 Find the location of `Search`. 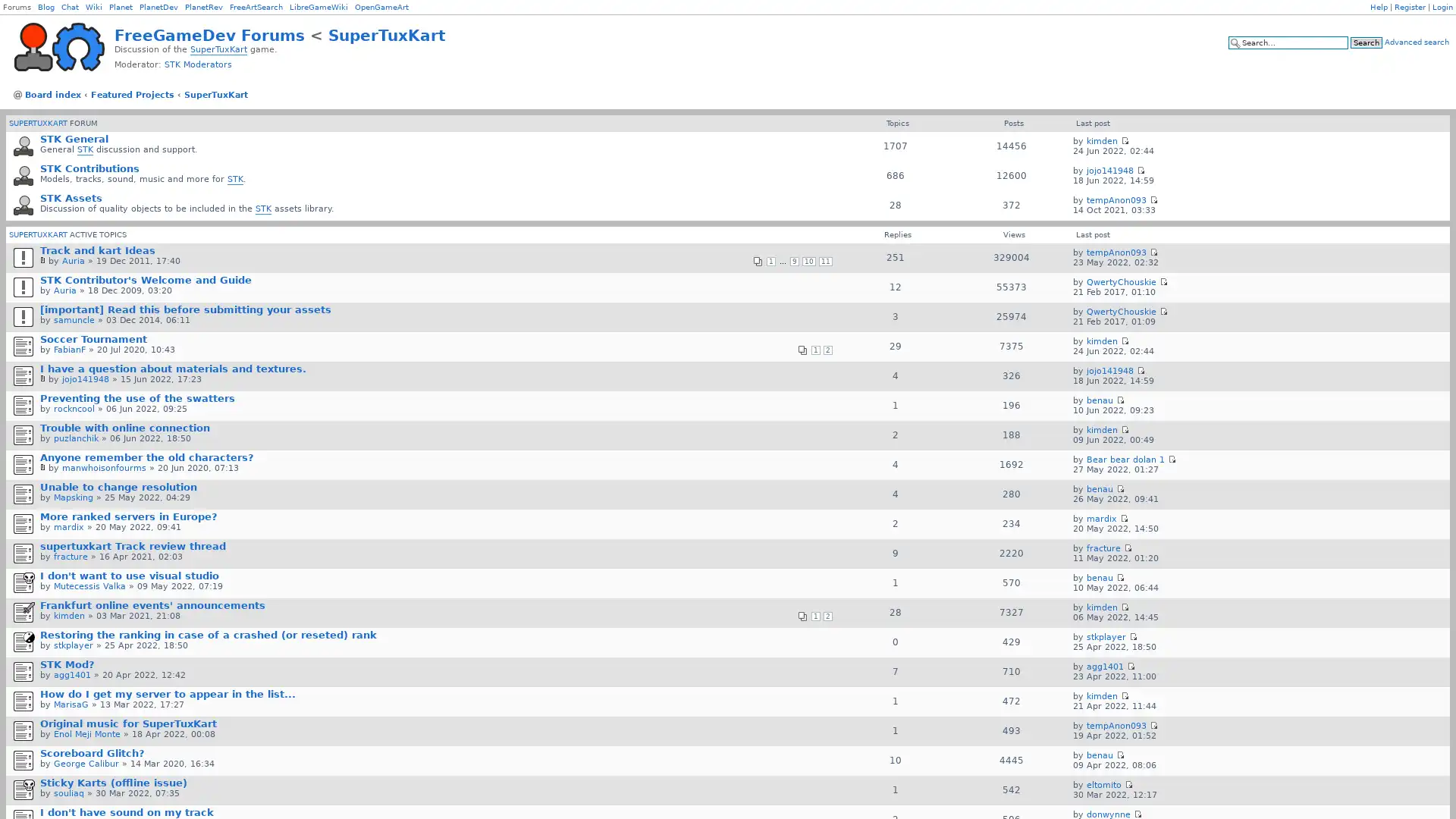

Search is located at coordinates (1366, 42).